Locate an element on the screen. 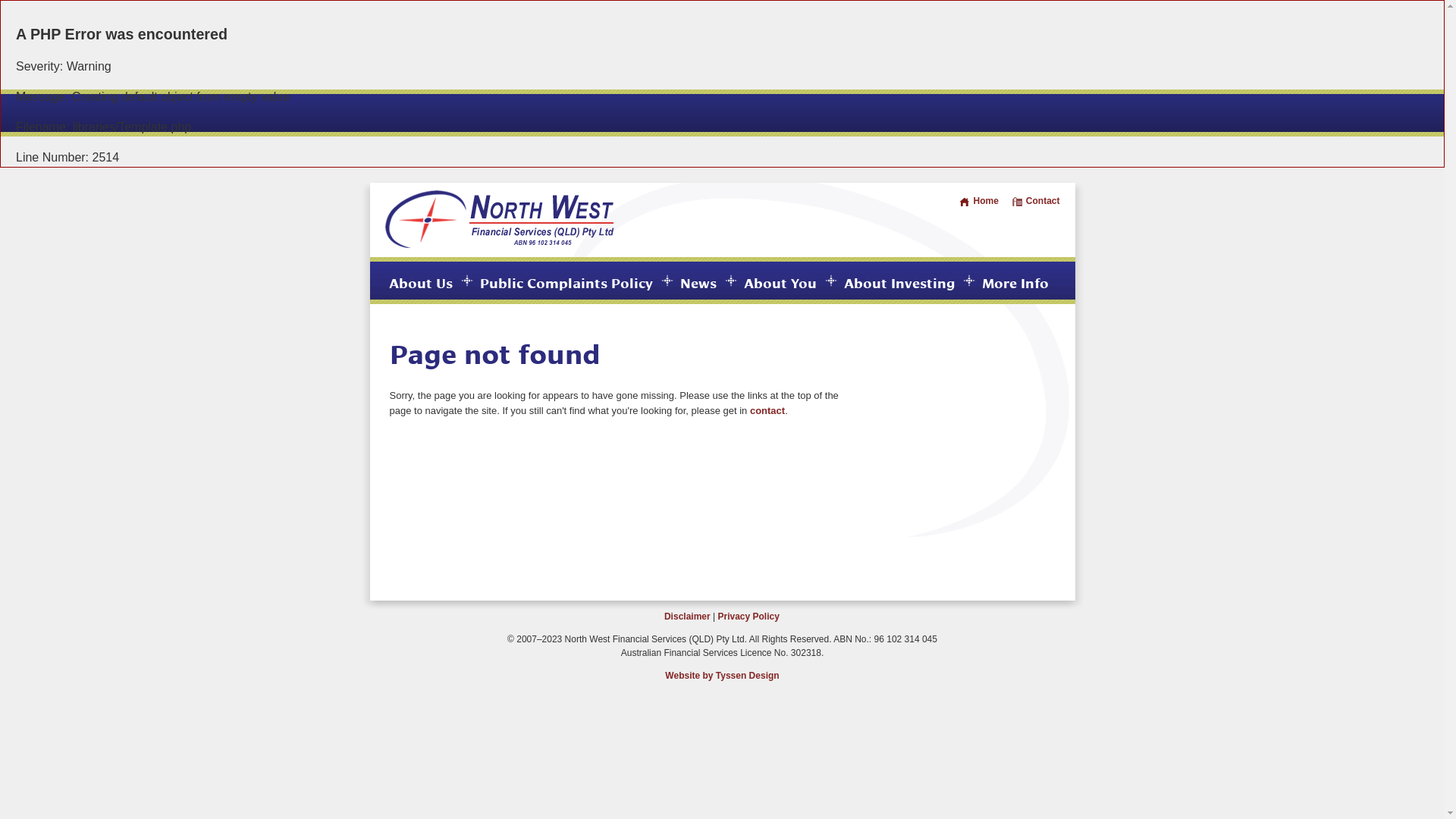 This screenshot has width=1456, height=819. 'Home' is located at coordinates (978, 200).